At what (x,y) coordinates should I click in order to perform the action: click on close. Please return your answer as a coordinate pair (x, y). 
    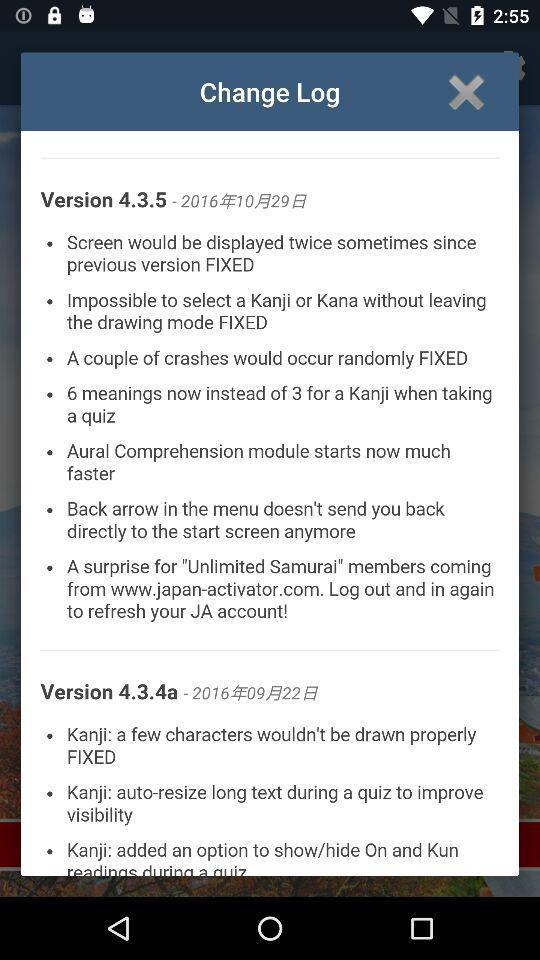
    Looking at the image, I should click on (466, 91).